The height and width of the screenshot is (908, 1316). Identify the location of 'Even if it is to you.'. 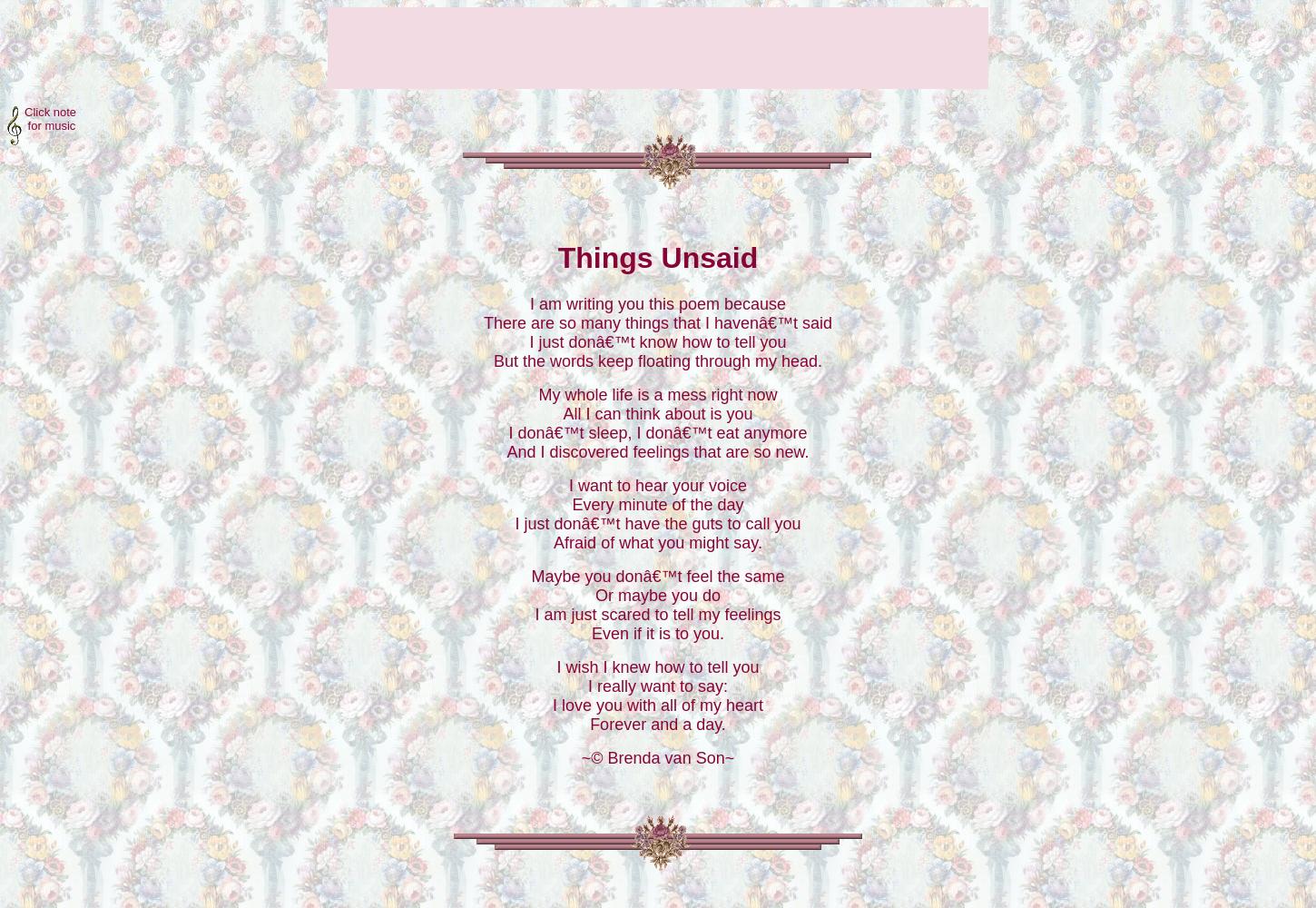
(590, 632).